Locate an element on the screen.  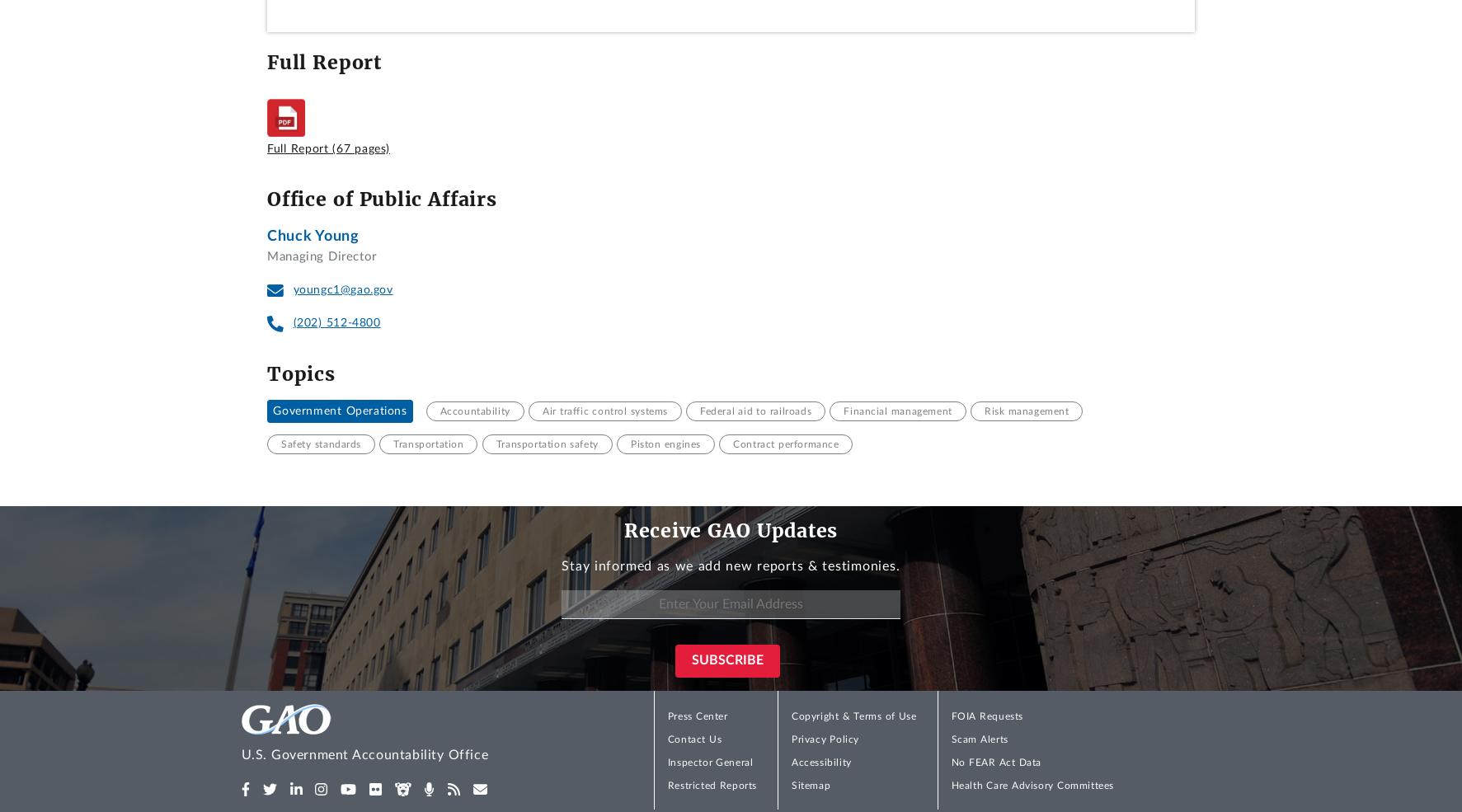
'Accessibility' is located at coordinates (792, 763).